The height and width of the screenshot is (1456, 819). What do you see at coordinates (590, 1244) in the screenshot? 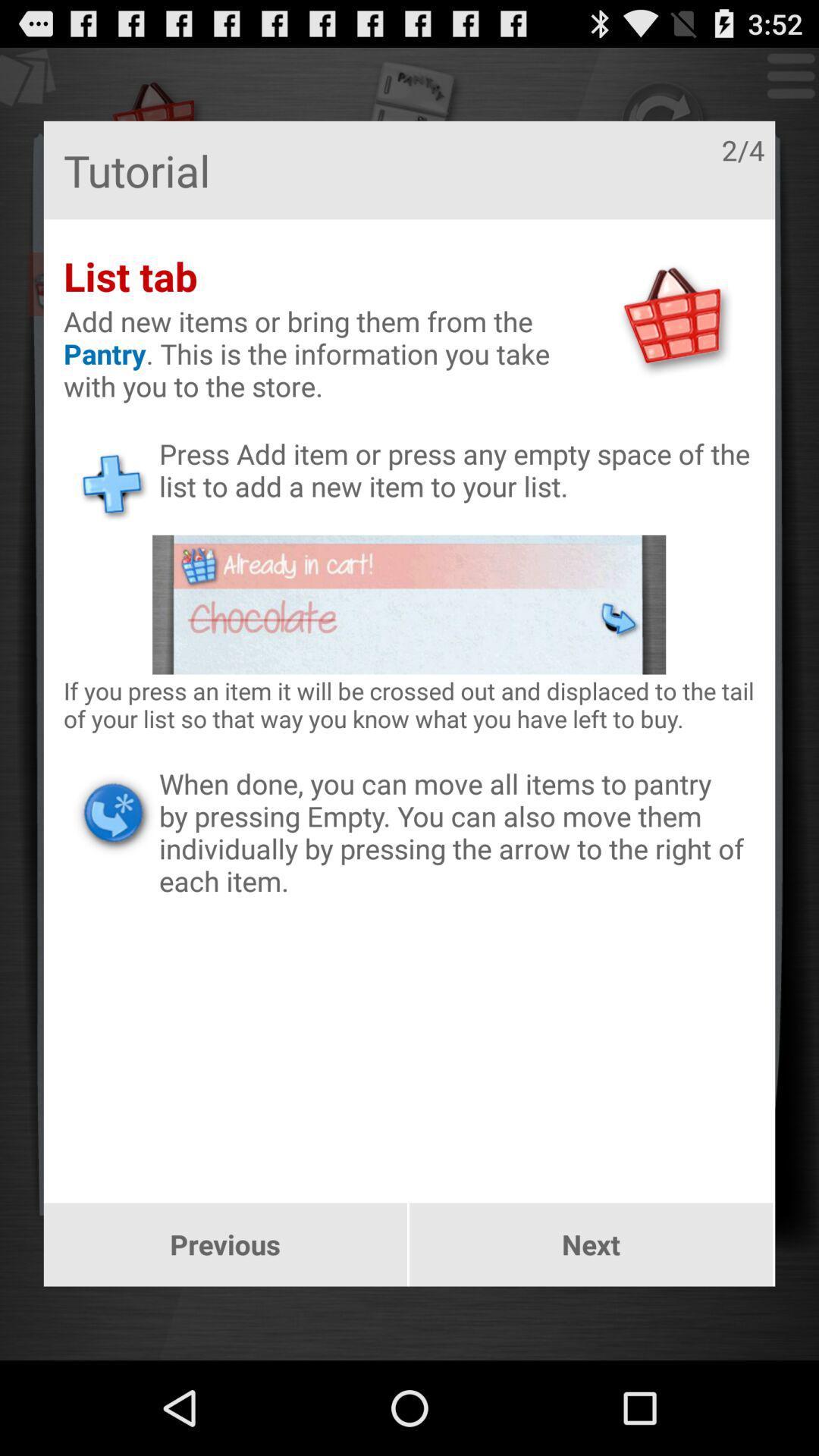
I see `the item below when done you icon` at bounding box center [590, 1244].